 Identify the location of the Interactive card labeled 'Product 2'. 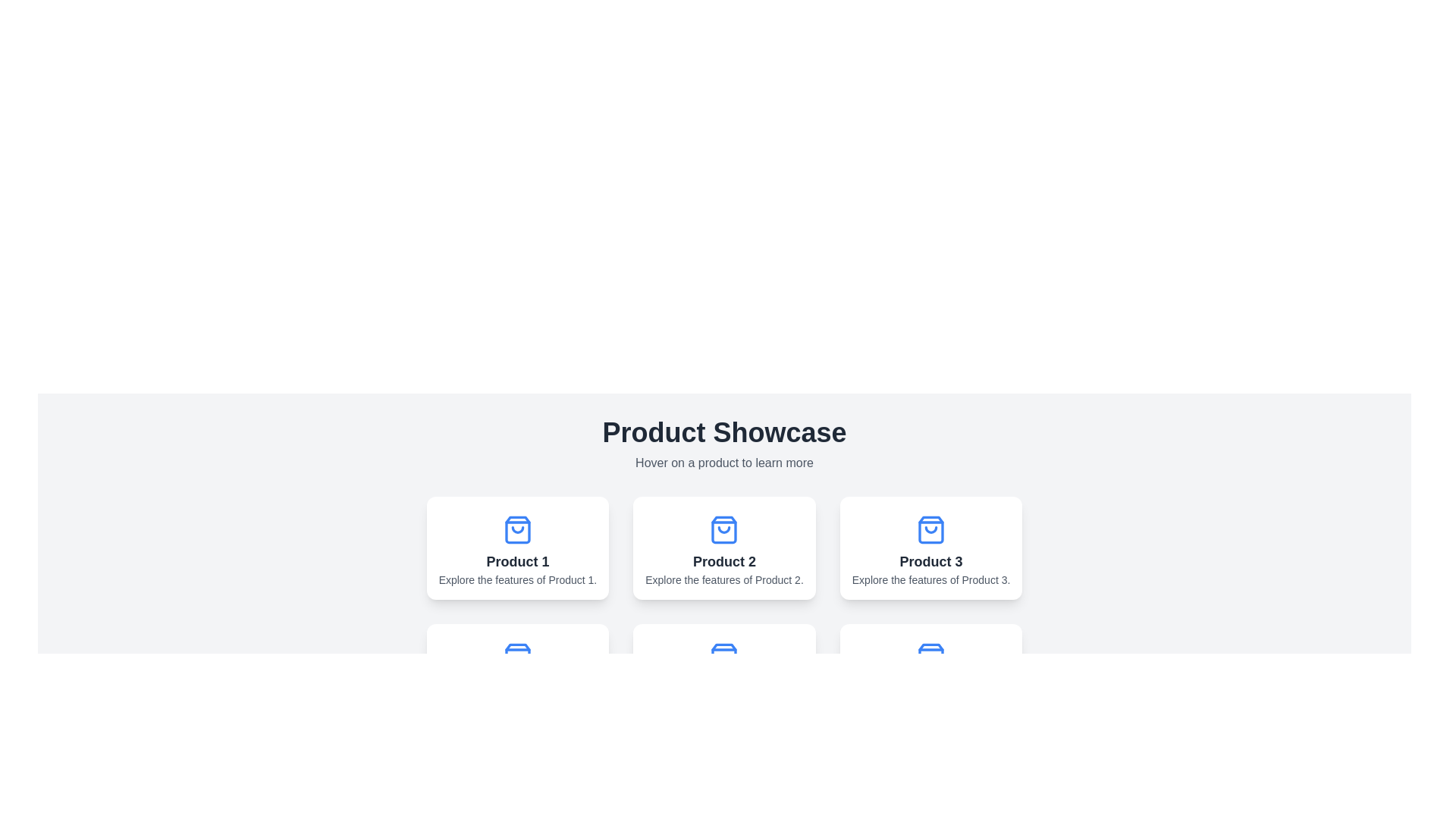
(723, 548).